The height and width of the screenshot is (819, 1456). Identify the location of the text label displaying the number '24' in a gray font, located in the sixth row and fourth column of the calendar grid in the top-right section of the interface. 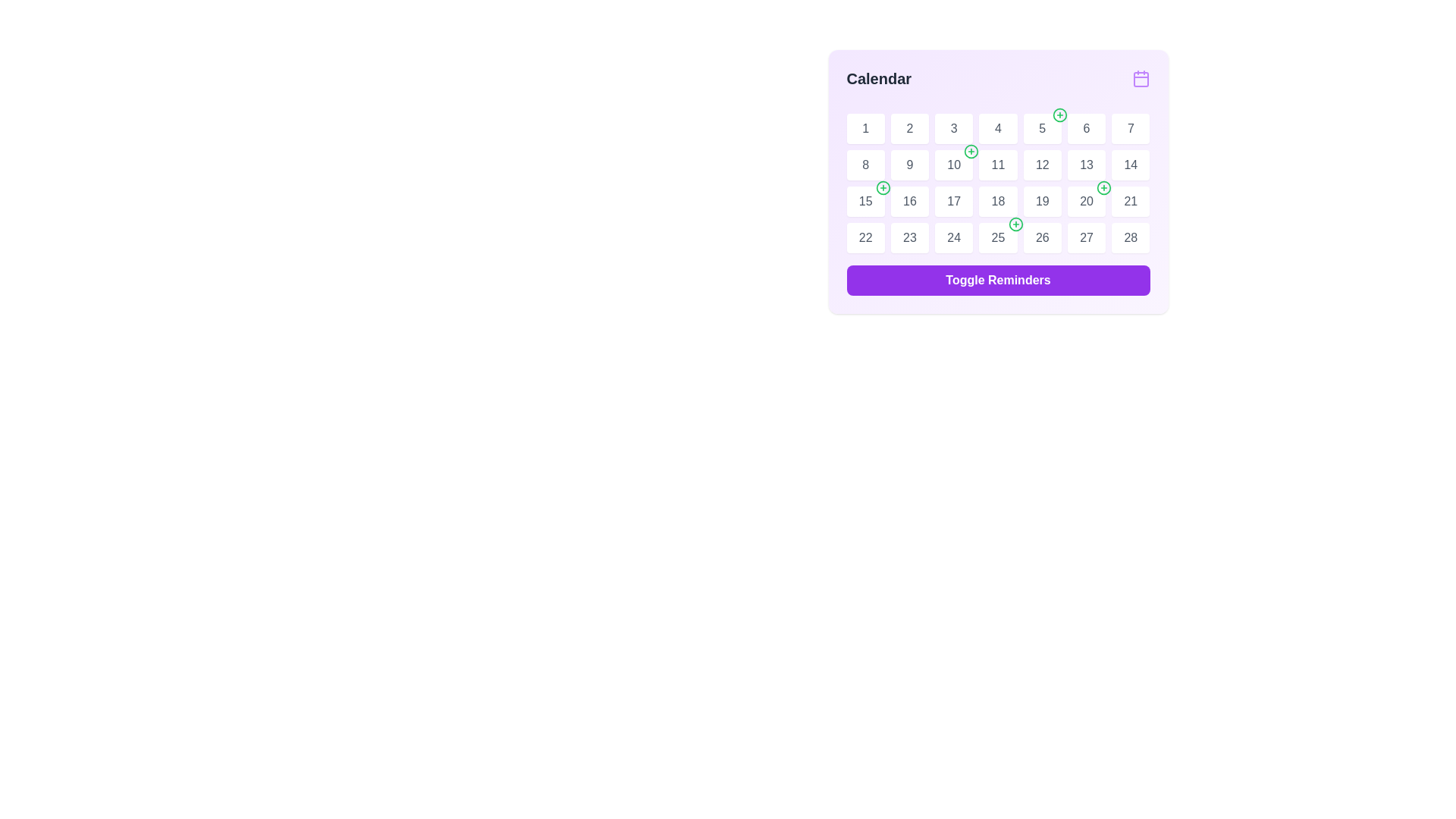
(953, 237).